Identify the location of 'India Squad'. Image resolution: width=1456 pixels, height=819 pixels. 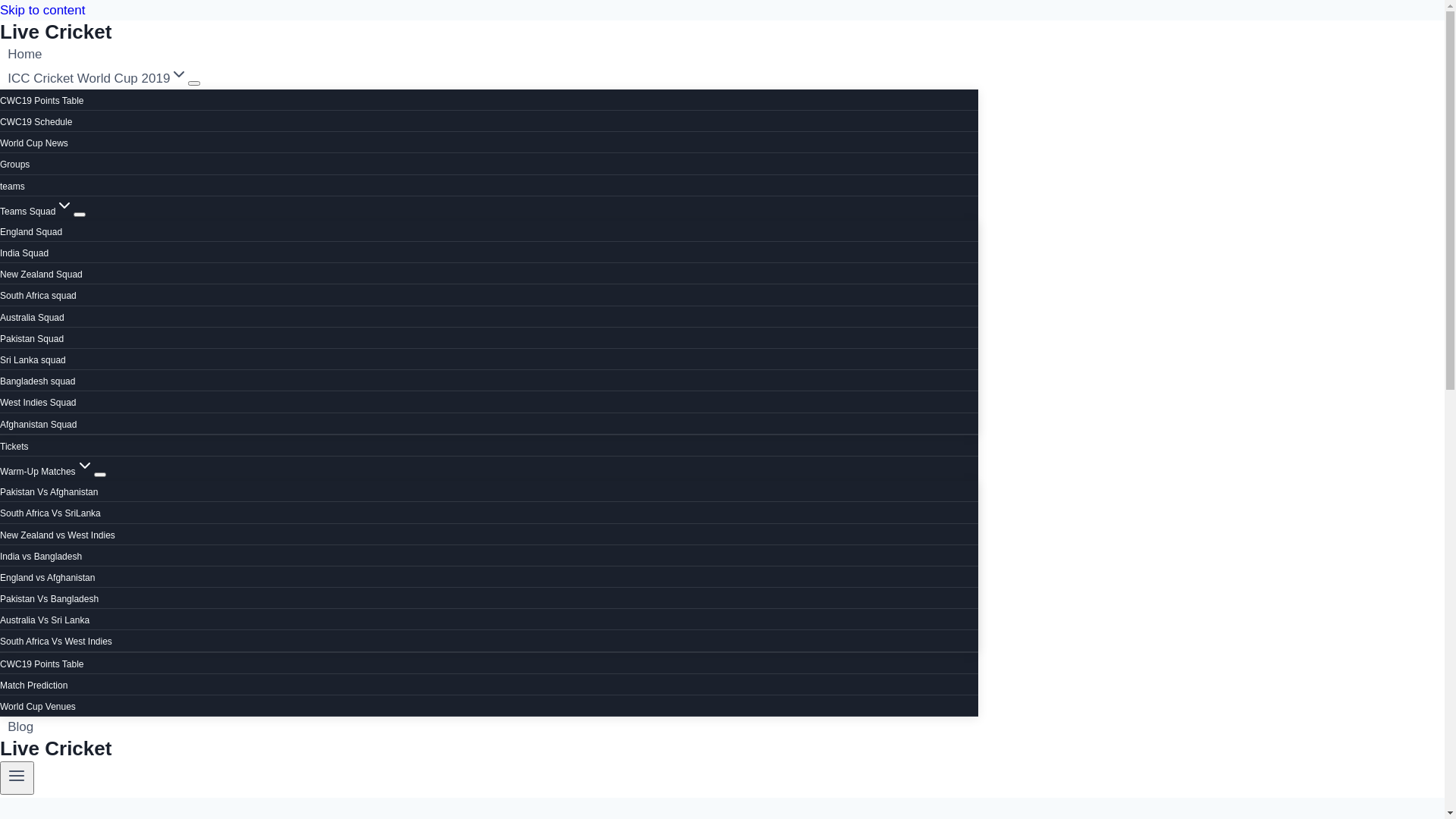
(0, 253).